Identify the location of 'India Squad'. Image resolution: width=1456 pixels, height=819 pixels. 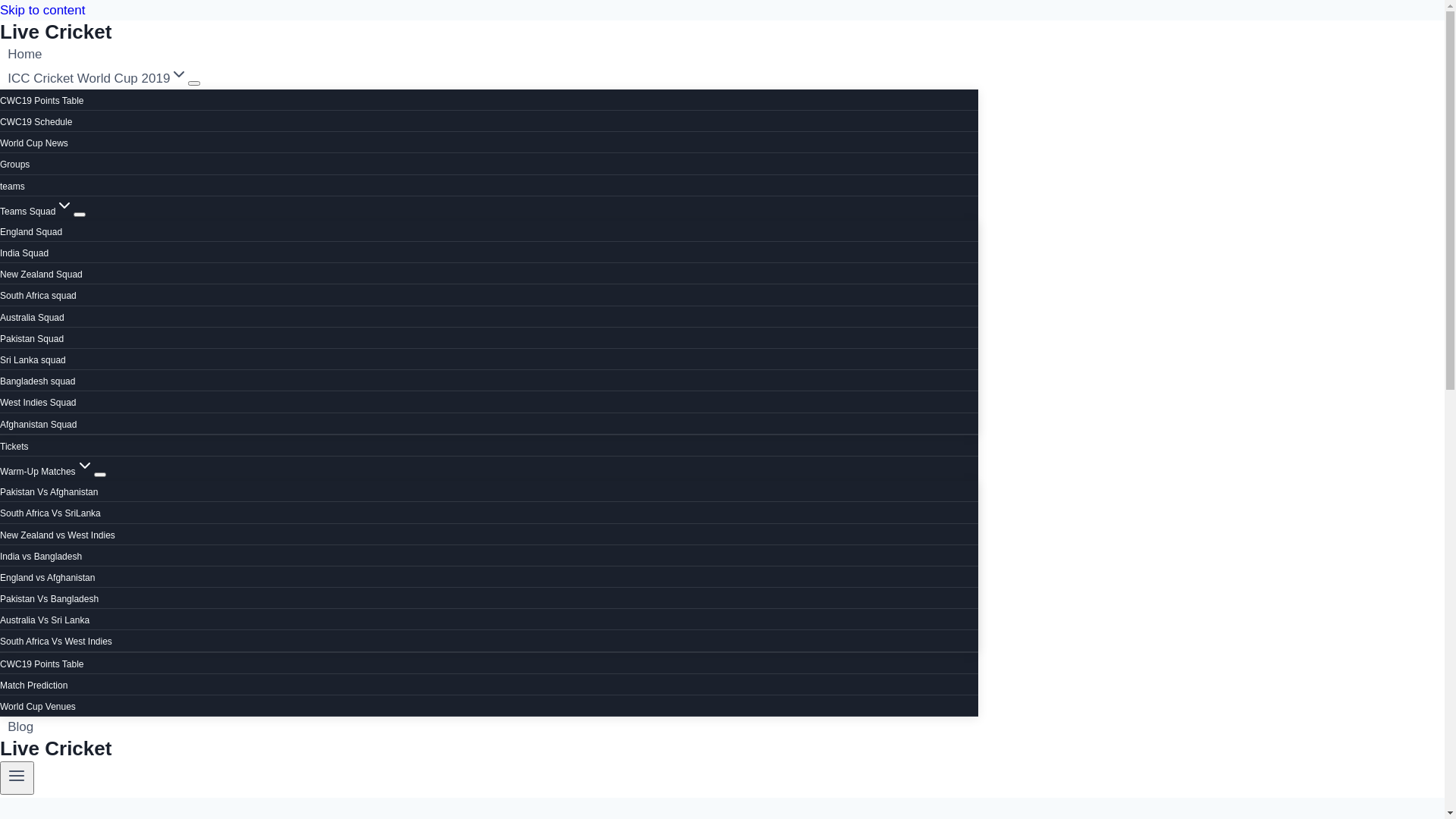
(0, 253).